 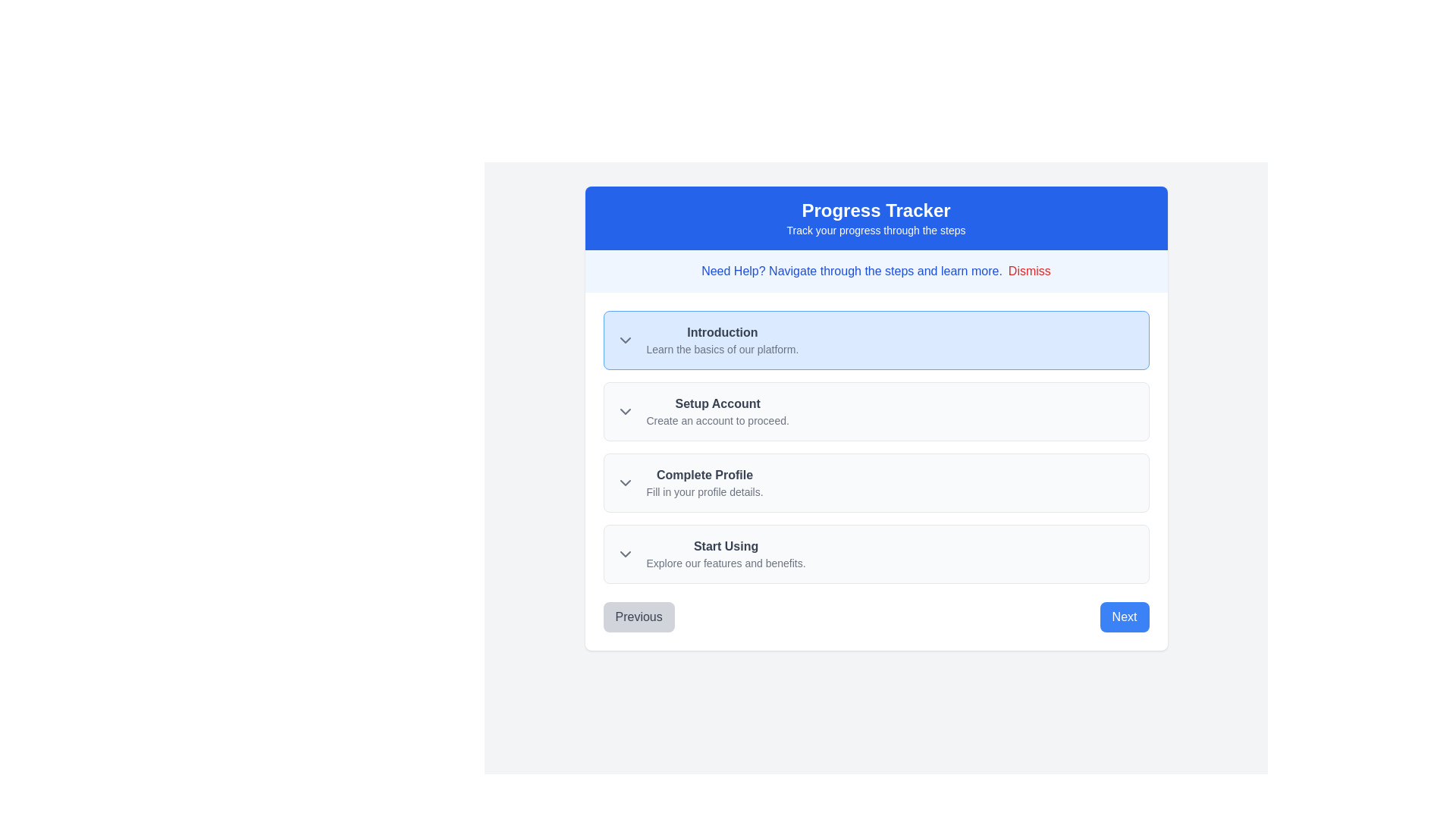 What do you see at coordinates (721, 350) in the screenshot?
I see `the text element reading 'Learn the basics of our platform.' which is styled in light gray and positioned below the bold 'Introduction' label` at bounding box center [721, 350].